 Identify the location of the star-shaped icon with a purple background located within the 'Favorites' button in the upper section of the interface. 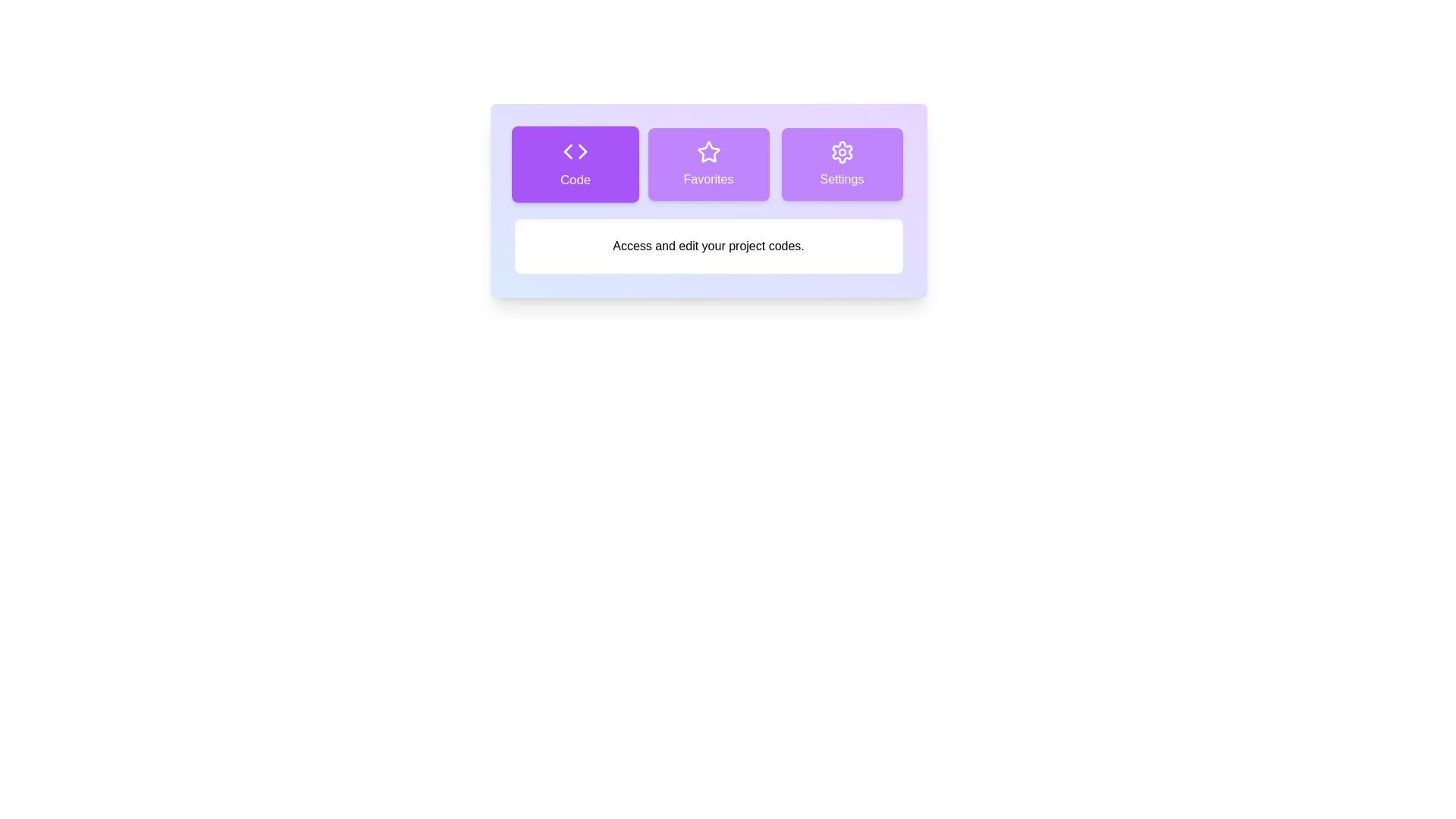
(708, 152).